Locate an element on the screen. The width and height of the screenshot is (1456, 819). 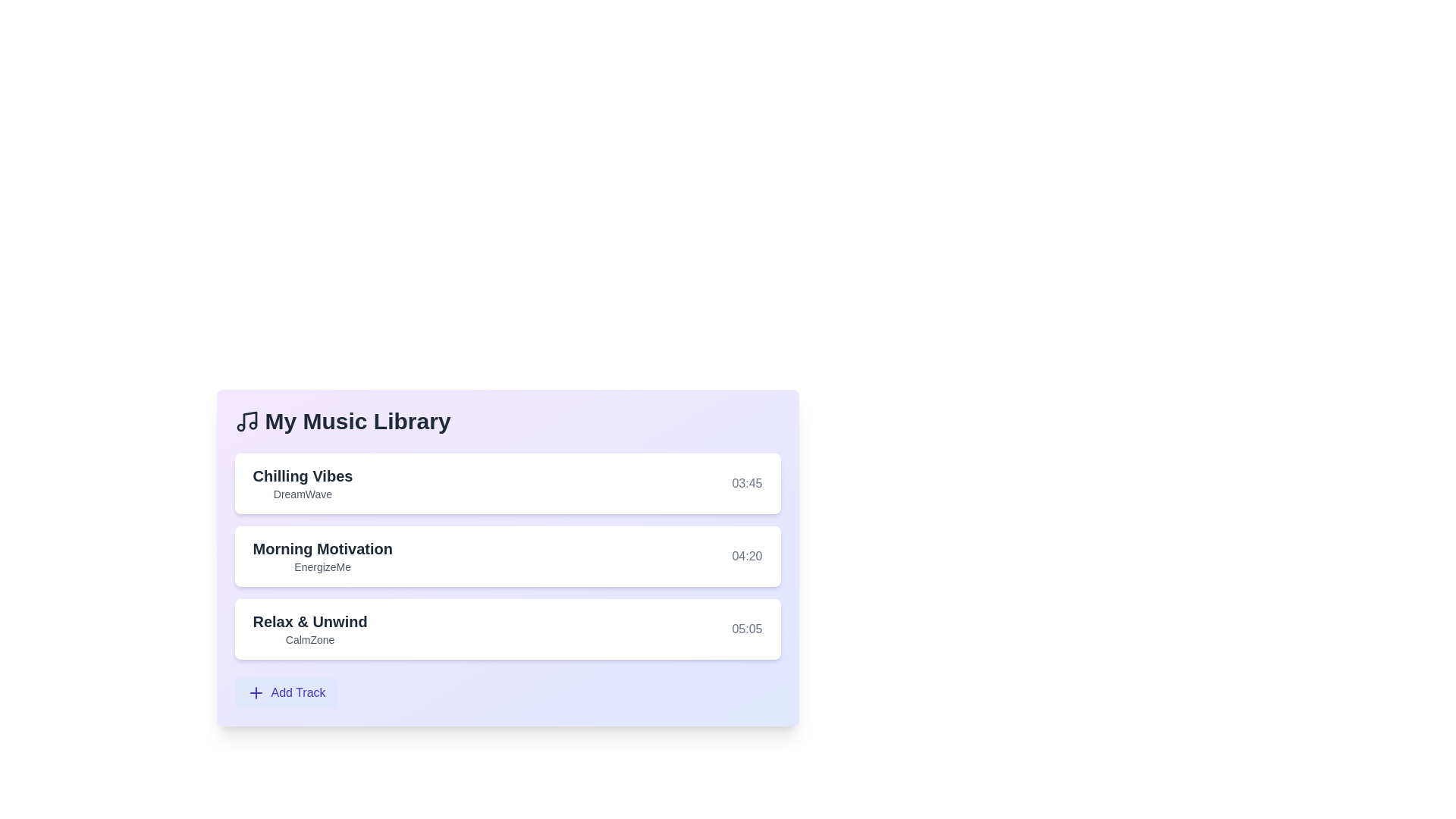
the track titled 'Relax & Unwind' to observe the scaling effect is located at coordinates (507, 629).